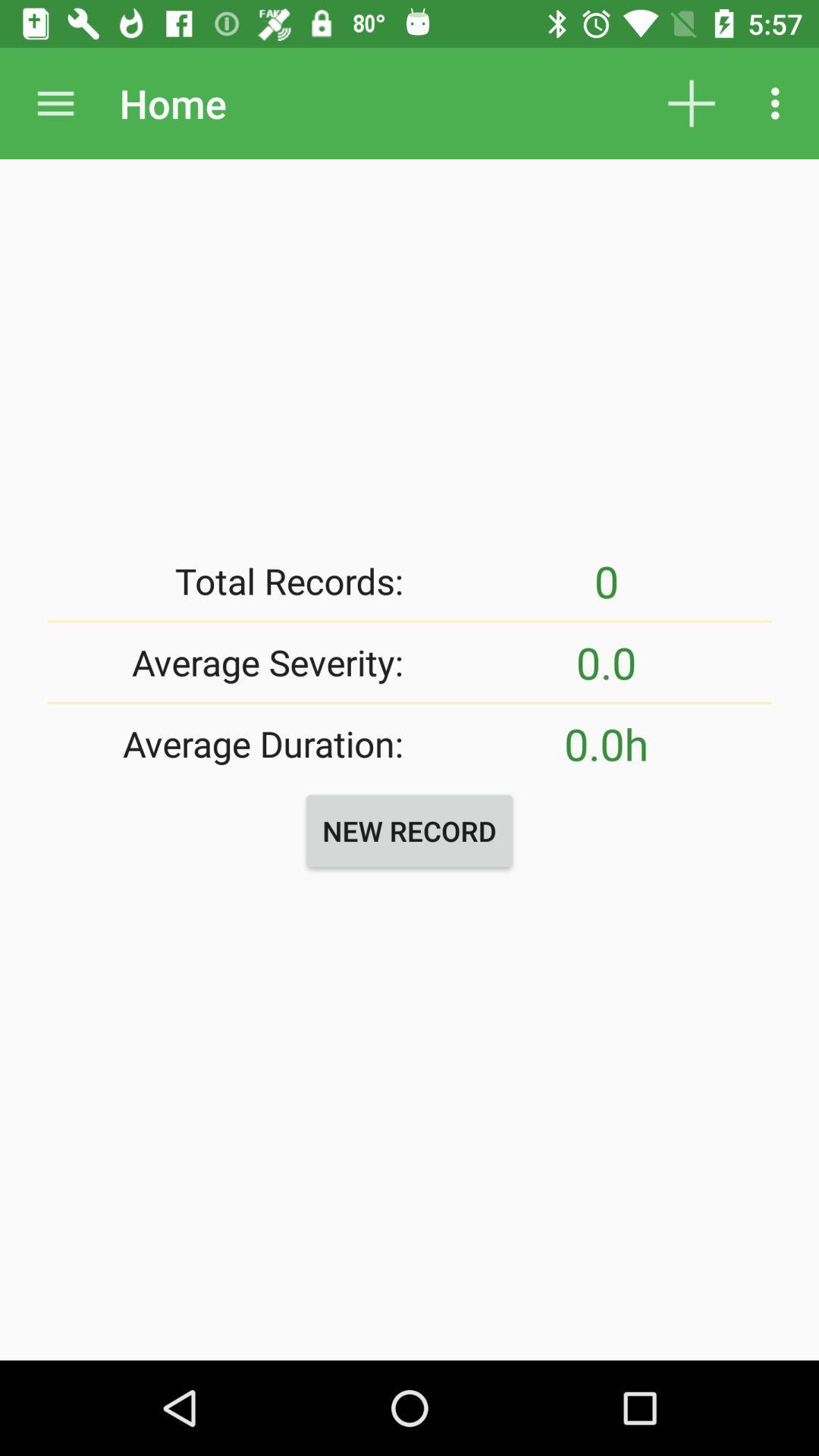  I want to click on menu, so click(55, 102).